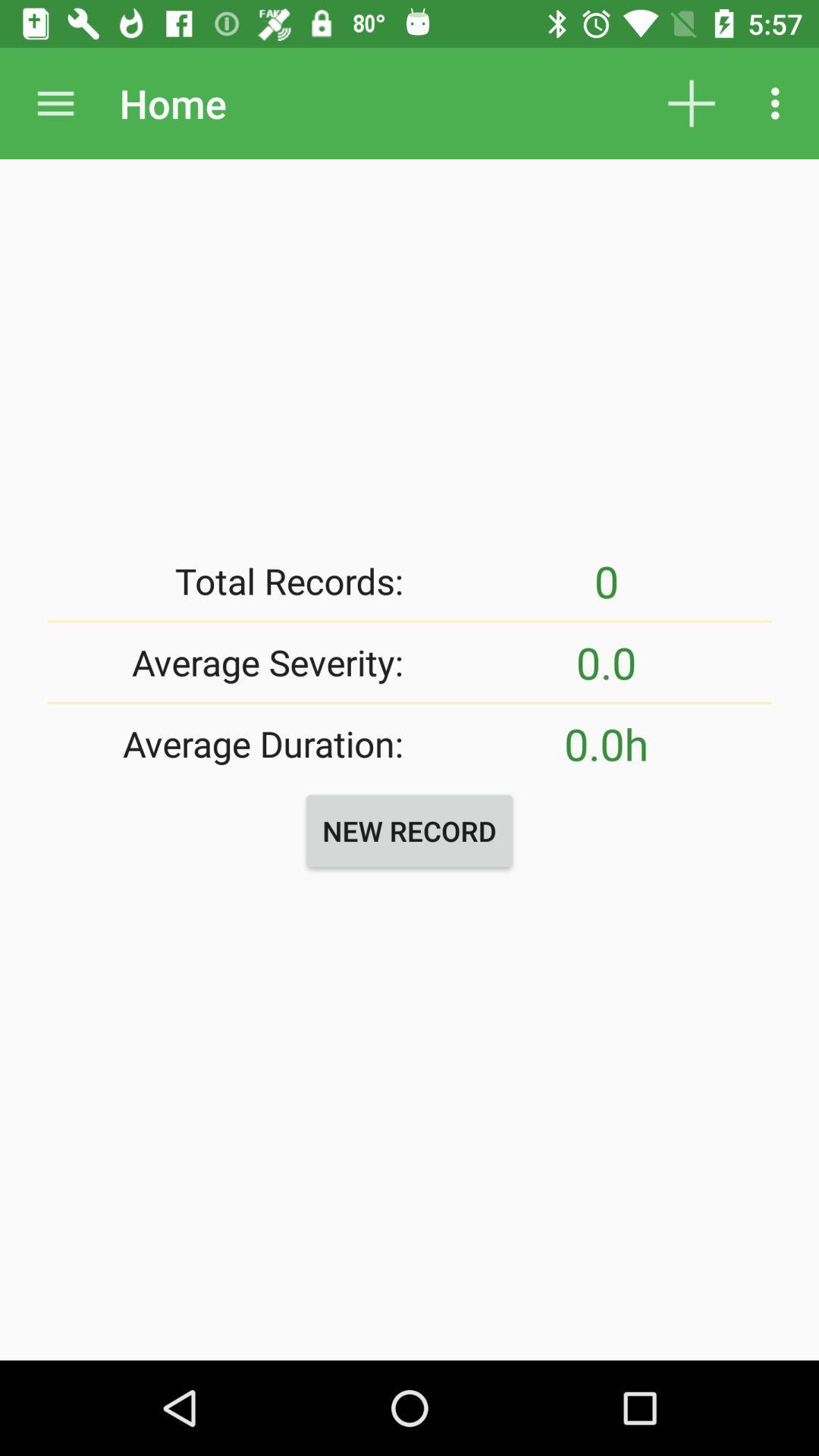  I want to click on menu, so click(55, 102).